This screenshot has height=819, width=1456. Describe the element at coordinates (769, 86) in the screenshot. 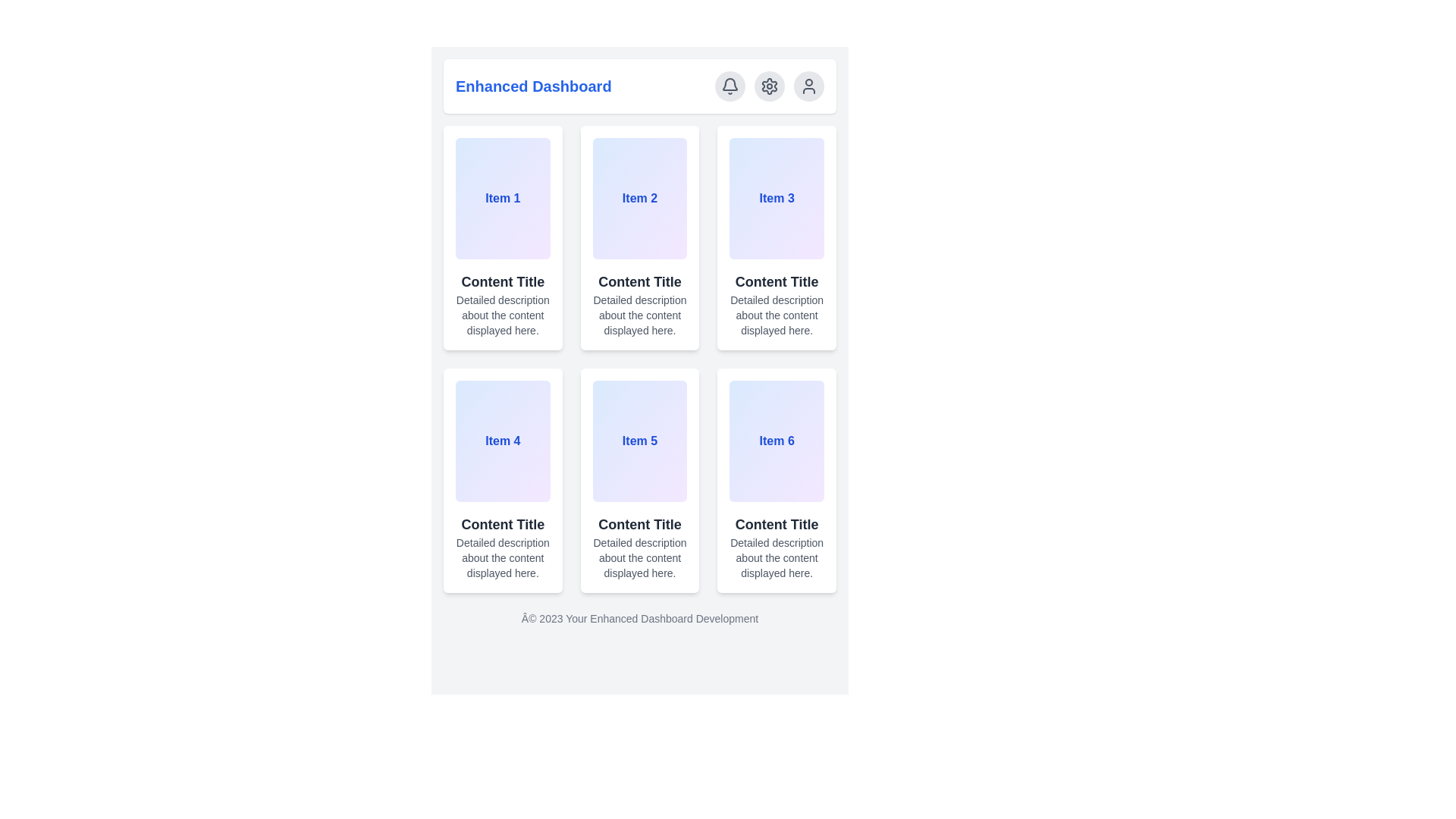

I see `keyboard navigation` at that location.